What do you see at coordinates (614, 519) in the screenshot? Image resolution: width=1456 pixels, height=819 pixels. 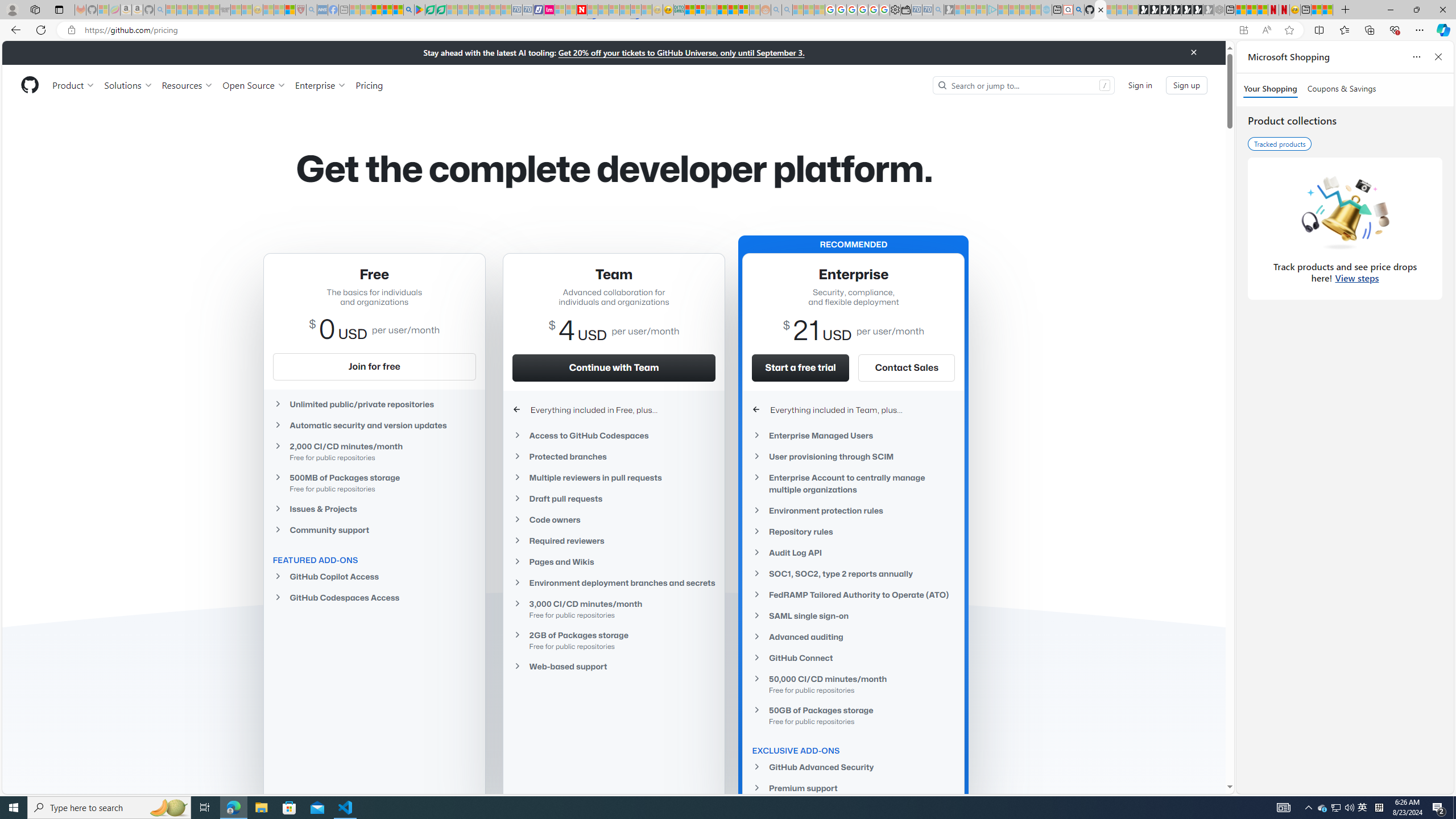 I see `'Code owners'` at bounding box center [614, 519].